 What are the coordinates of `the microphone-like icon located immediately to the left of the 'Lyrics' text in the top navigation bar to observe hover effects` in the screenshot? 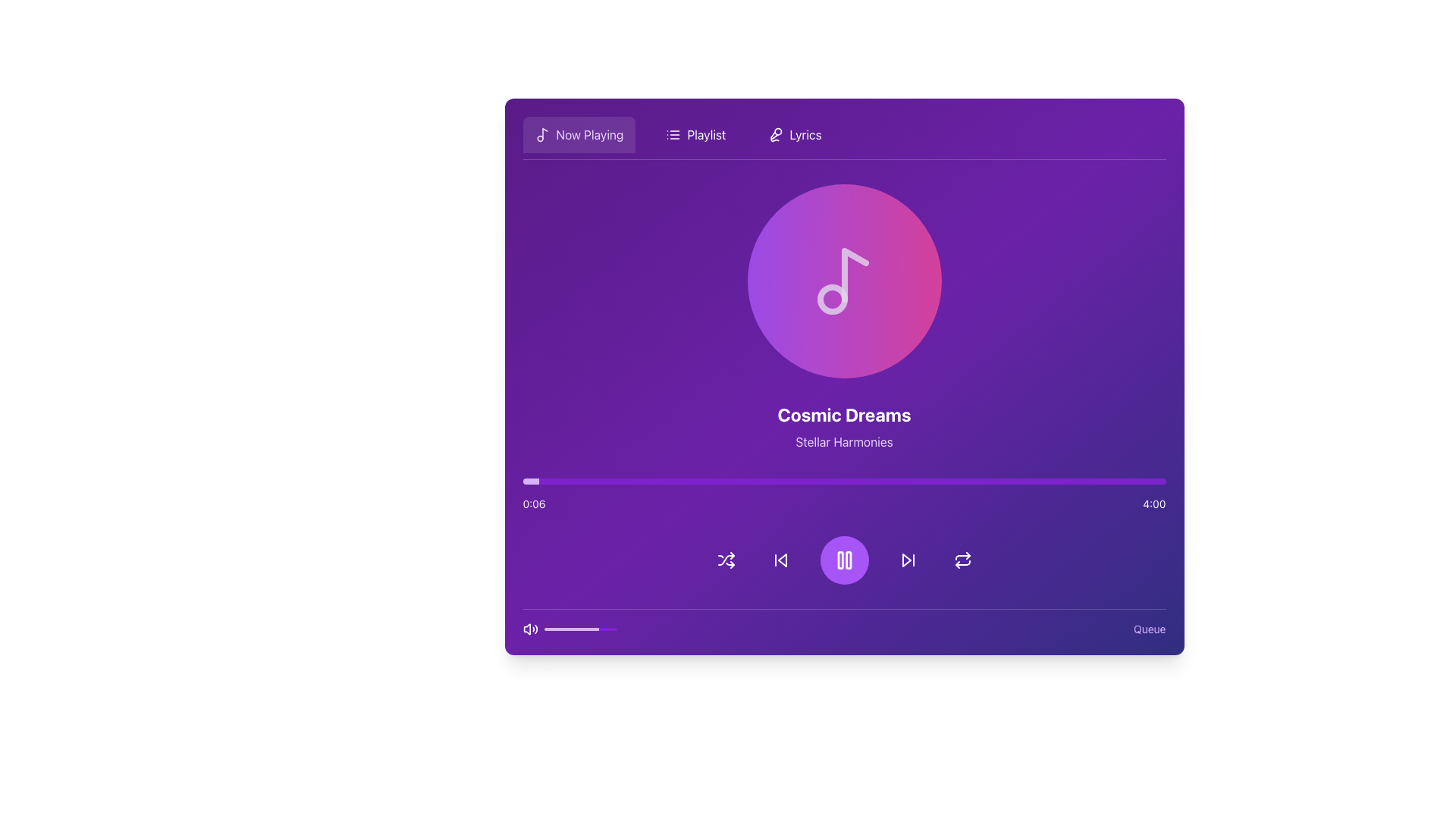 It's located at (776, 133).